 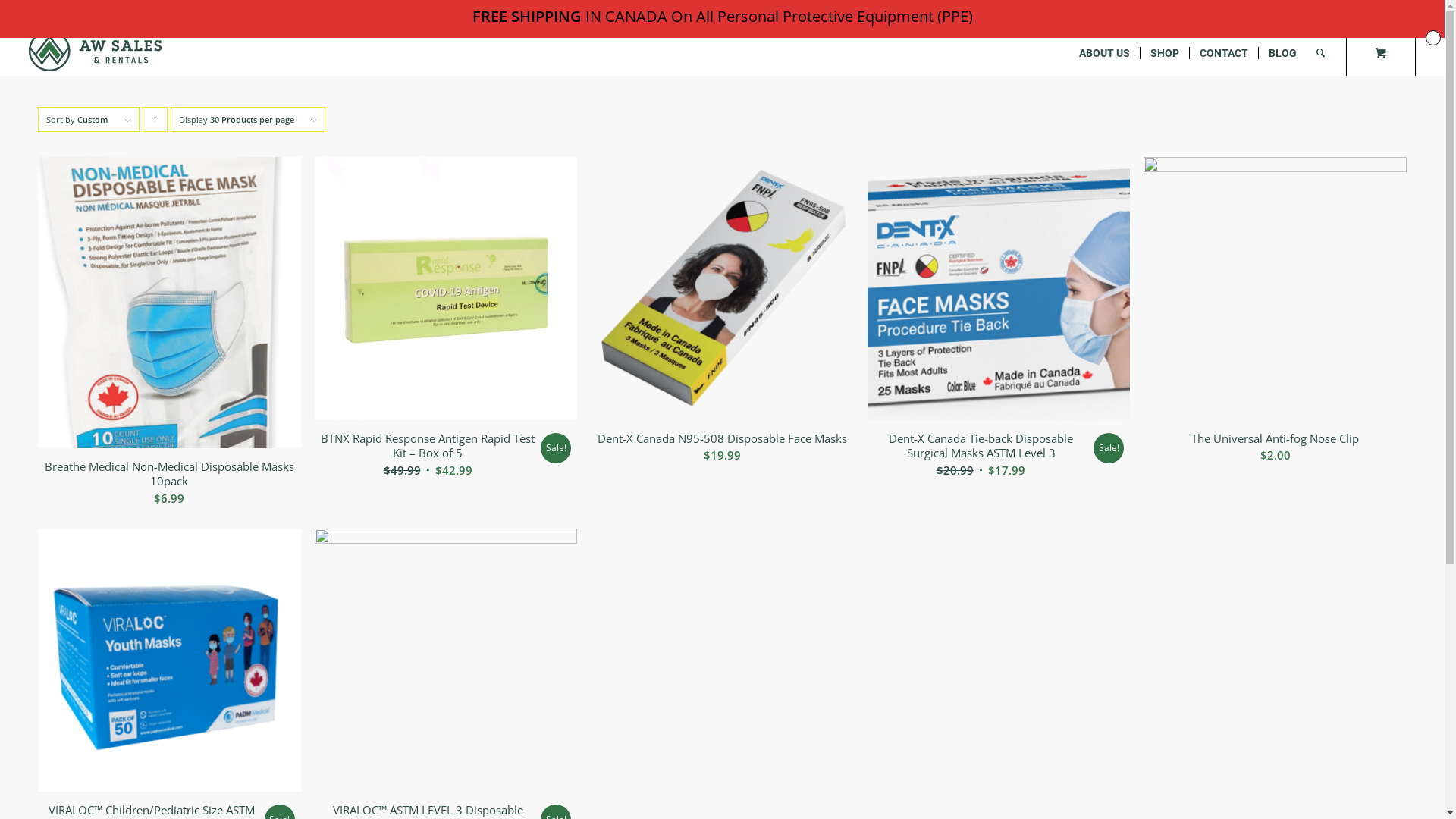 I want to click on 'SHOP', so click(x=1163, y=52).